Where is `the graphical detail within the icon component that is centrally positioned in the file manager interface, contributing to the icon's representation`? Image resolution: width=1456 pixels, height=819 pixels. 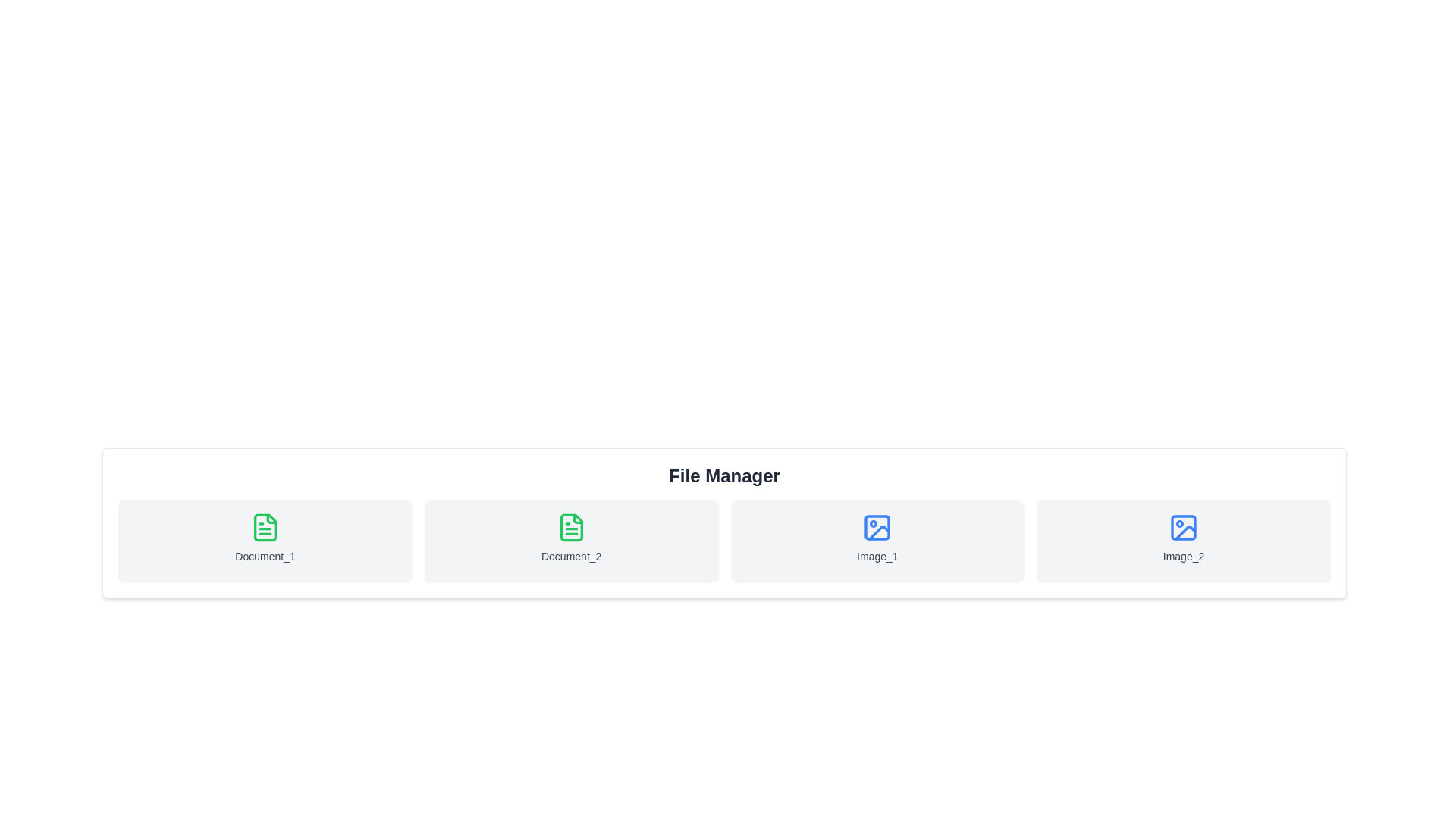 the graphical detail within the icon component that is centrally positioned in the file manager interface, contributing to the icon's representation is located at coordinates (877, 526).